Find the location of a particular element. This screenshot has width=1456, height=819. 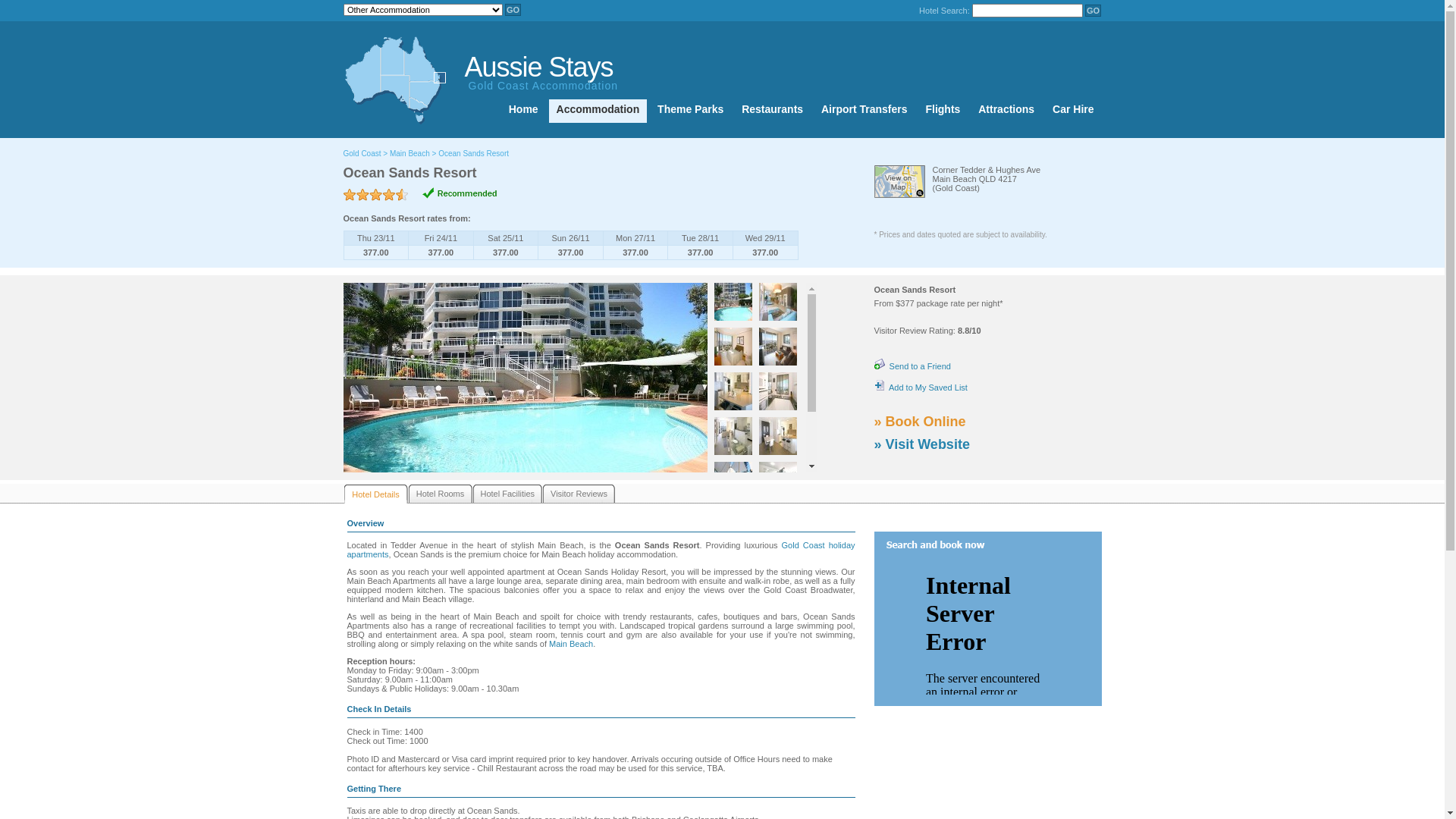

'Gold Coast' is located at coordinates (360, 153).